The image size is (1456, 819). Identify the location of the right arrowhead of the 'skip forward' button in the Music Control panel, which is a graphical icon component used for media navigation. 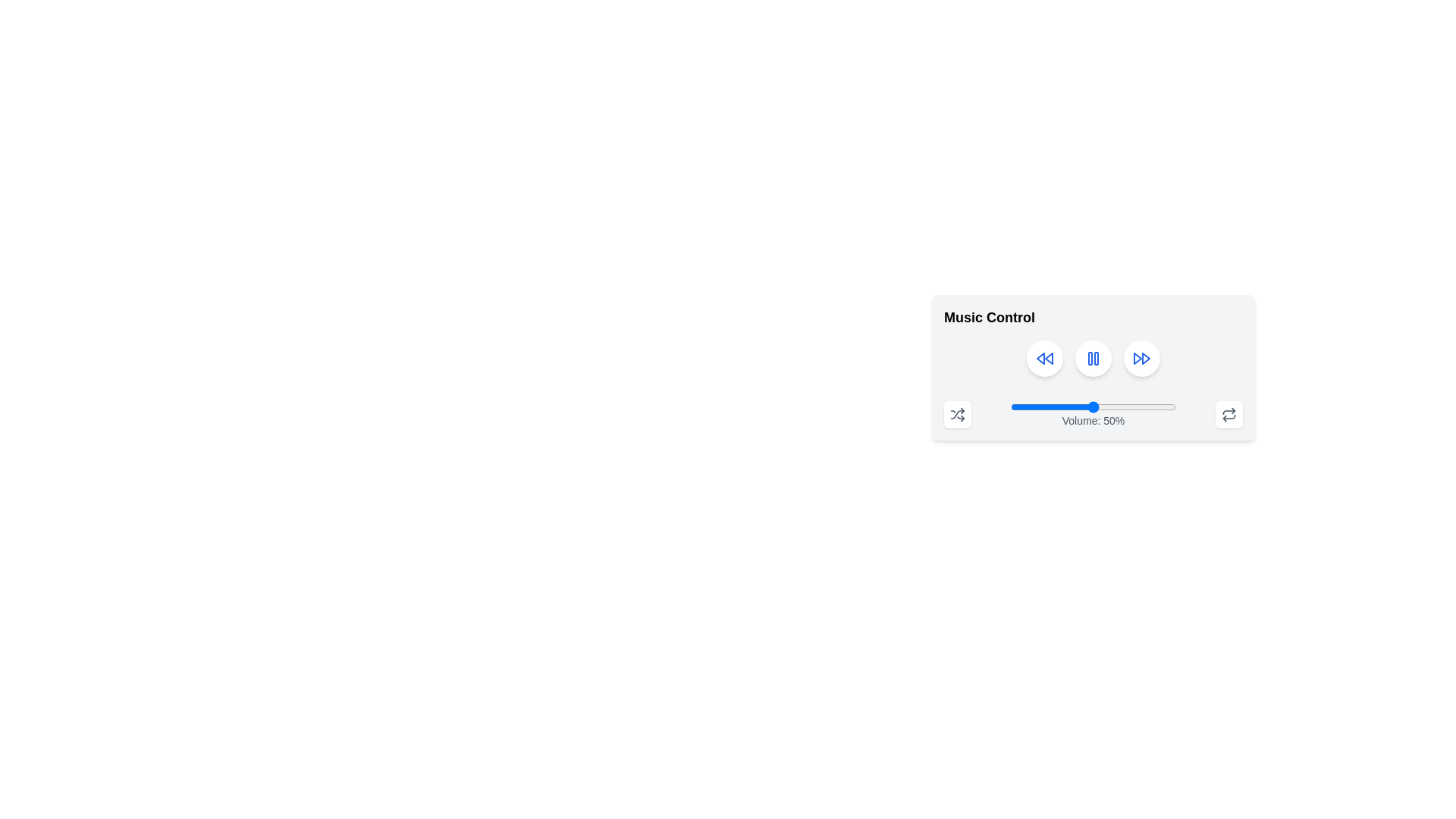
(1146, 359).